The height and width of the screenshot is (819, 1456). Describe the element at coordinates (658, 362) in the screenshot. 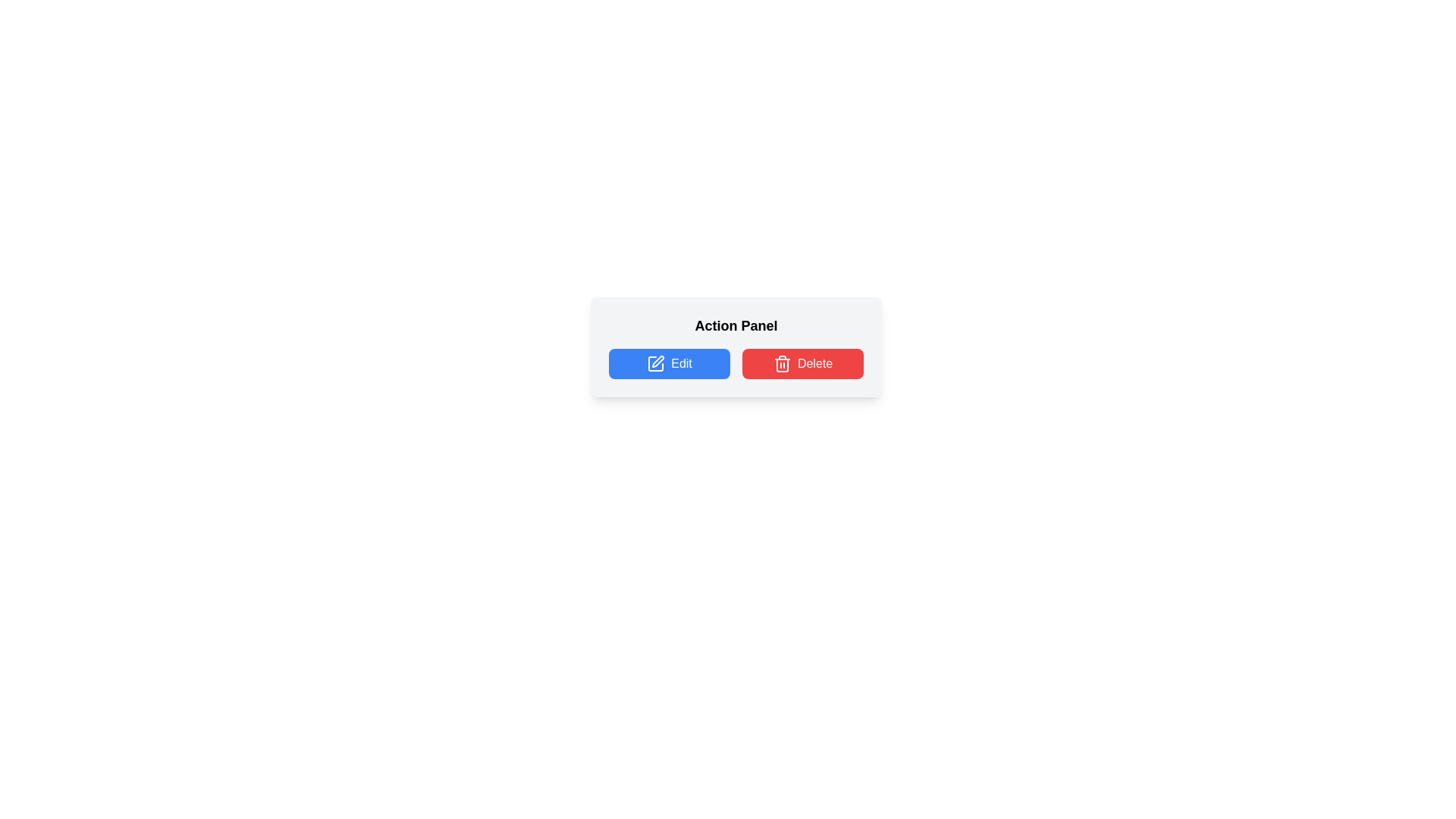

I see `the blue square edit icon within the action panel` at that location.